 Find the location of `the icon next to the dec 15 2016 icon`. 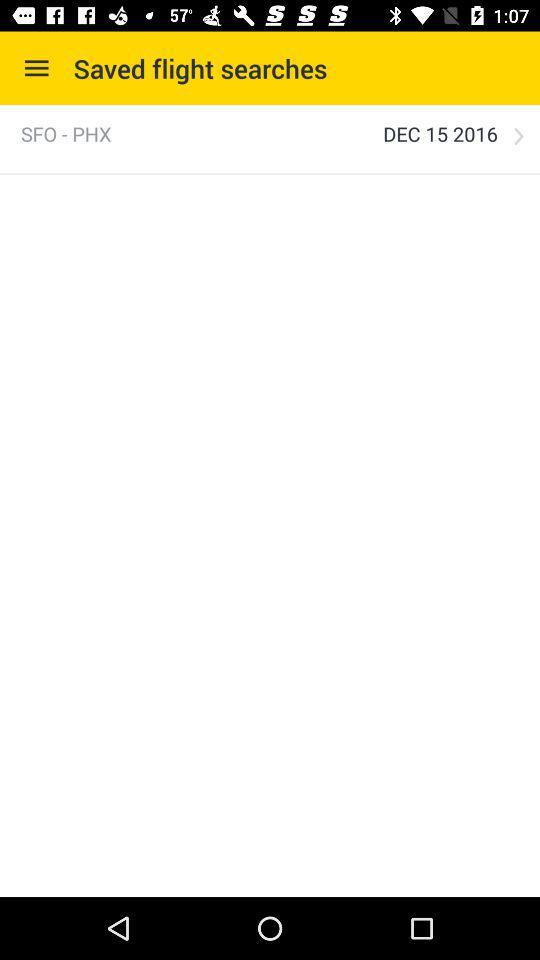

the icon next to the dec 15 2016 icon is located at coordinates (66, 133).